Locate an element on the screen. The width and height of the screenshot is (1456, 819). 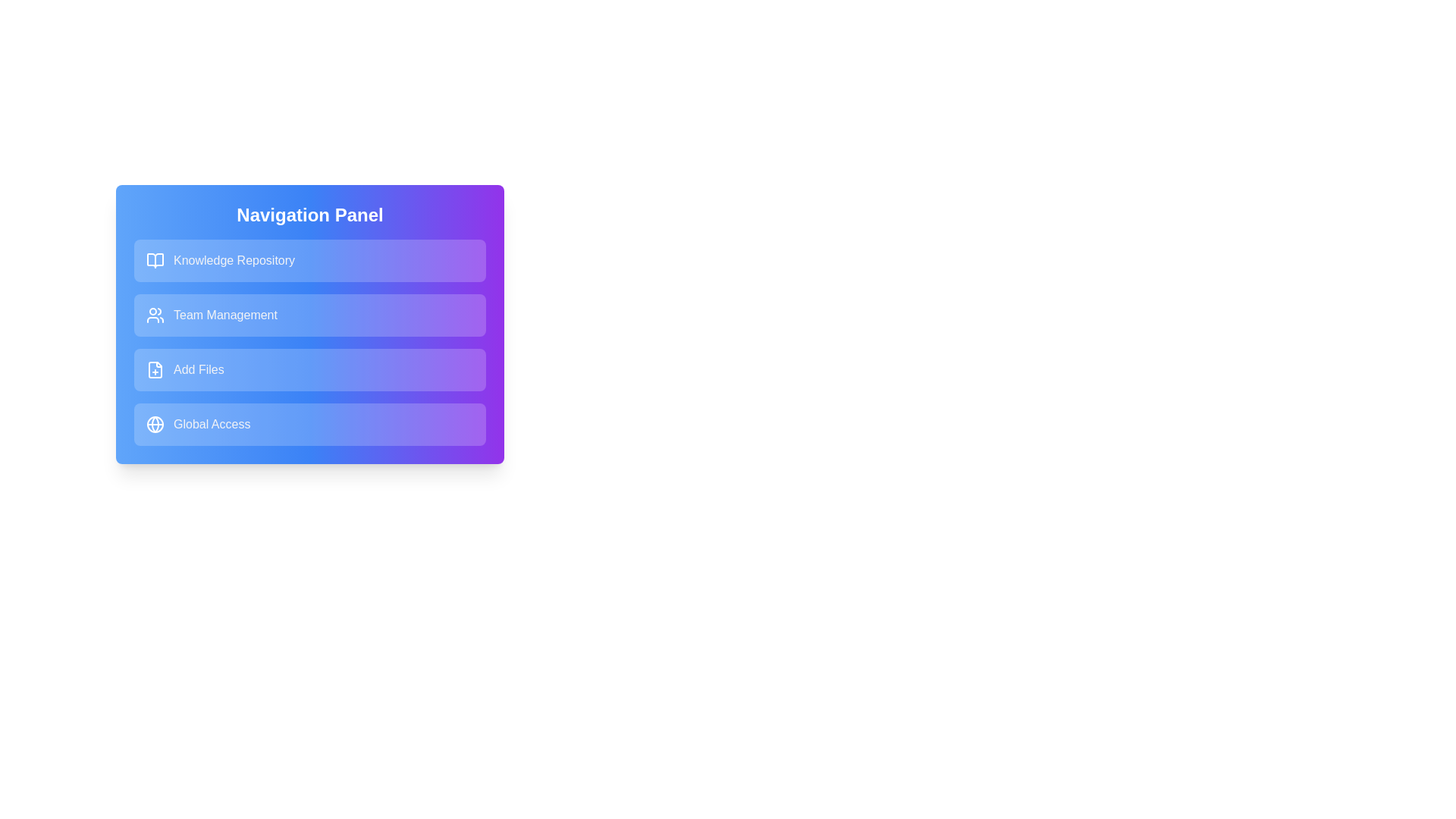
the navigation item labeled 'Team Management' is located at coordinates (309, 315).